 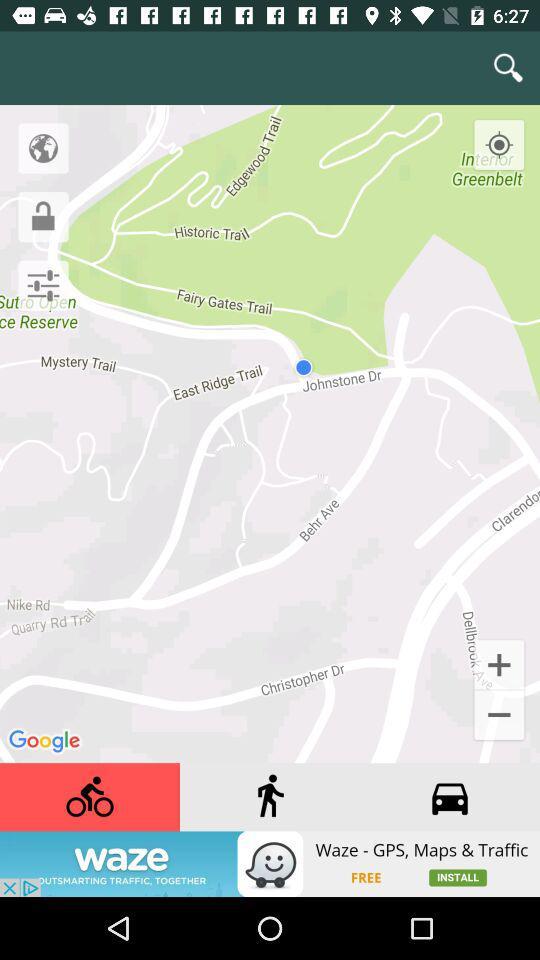 I want to click on the zoom_out icon, so click(x=498, y=701).